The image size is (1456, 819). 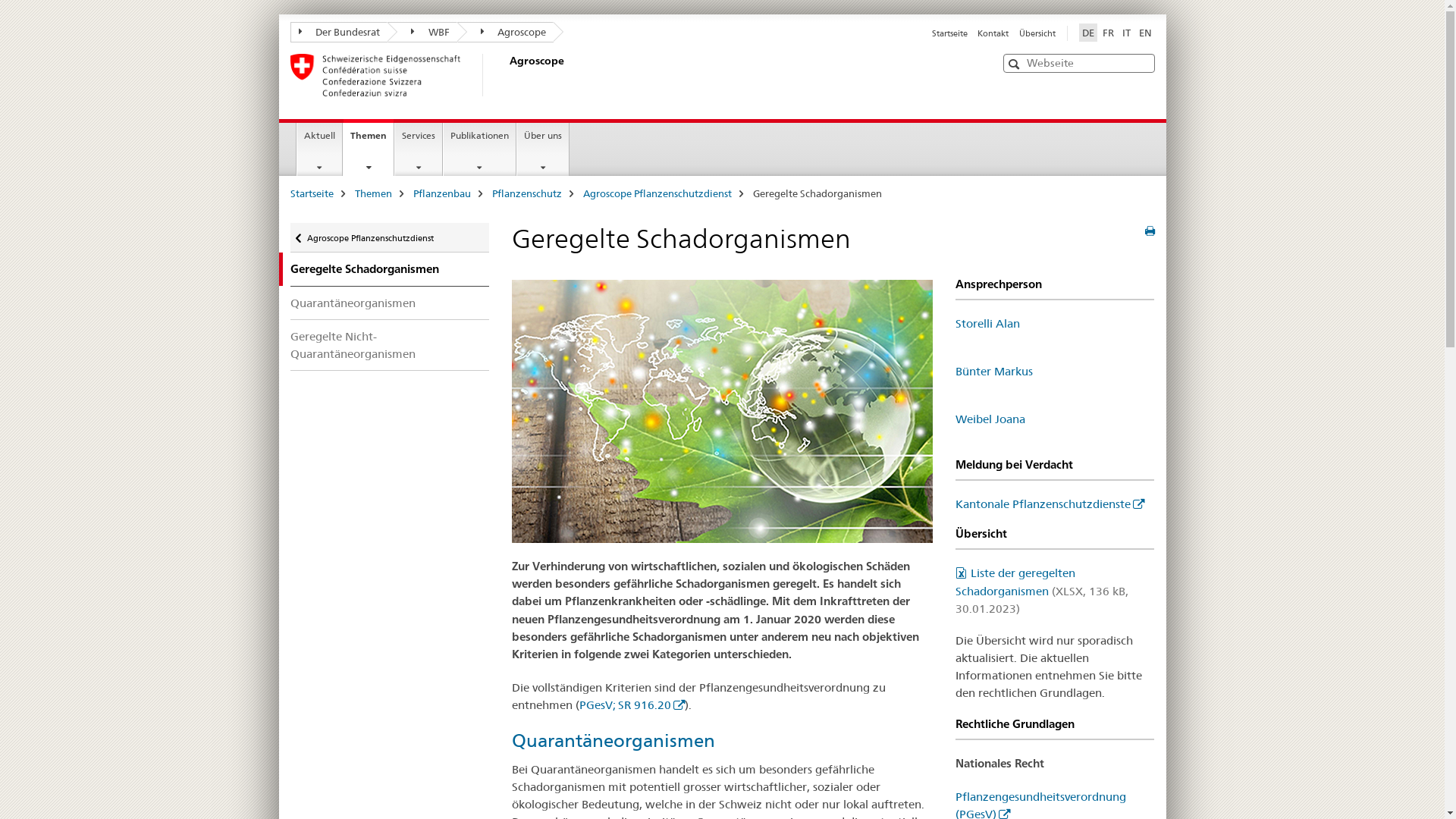 I want to click on 'Publikationen', so click(x=479, y=149).